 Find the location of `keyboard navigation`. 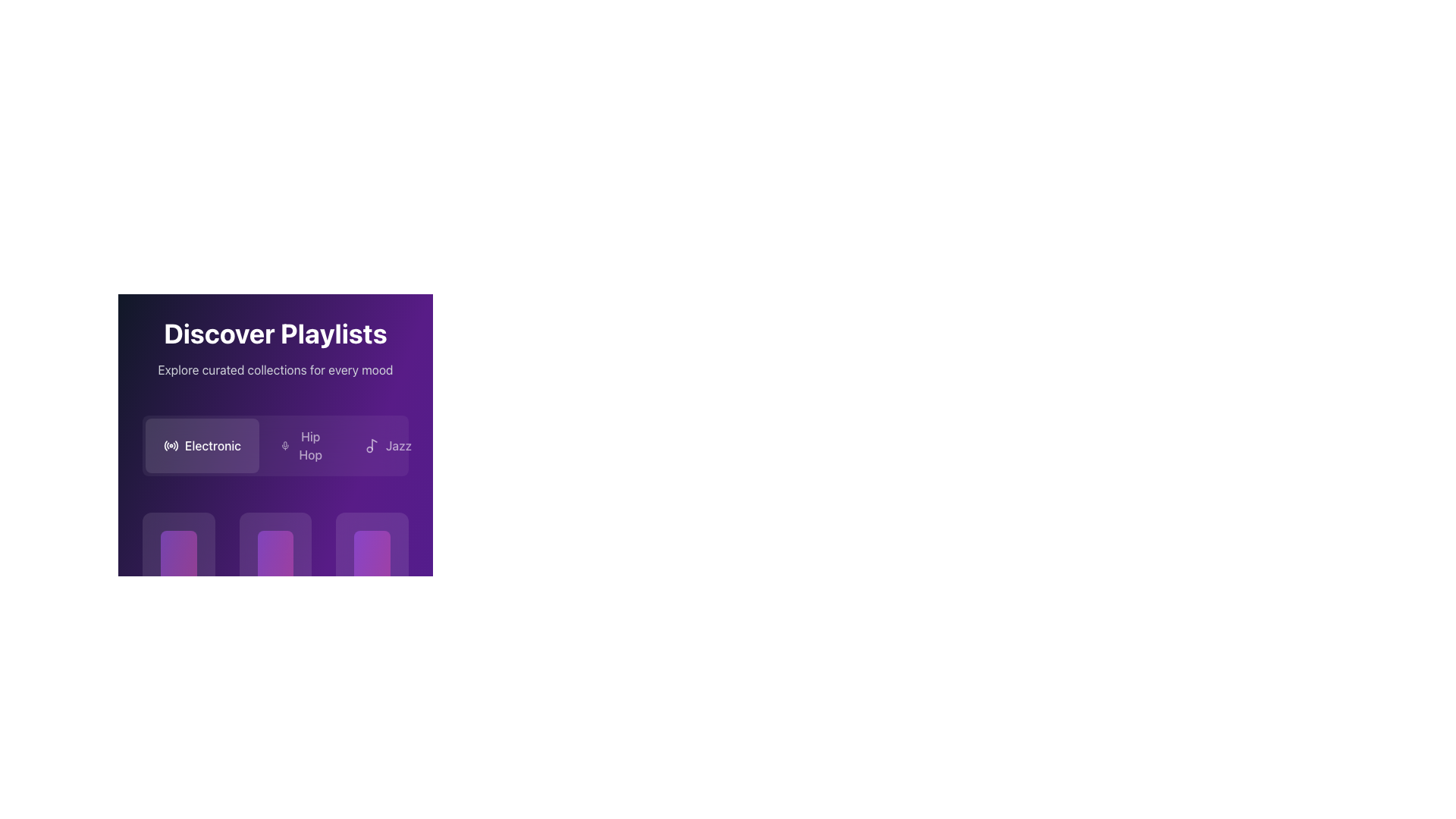

keyboard navigation is located at coordinates (275, 444).